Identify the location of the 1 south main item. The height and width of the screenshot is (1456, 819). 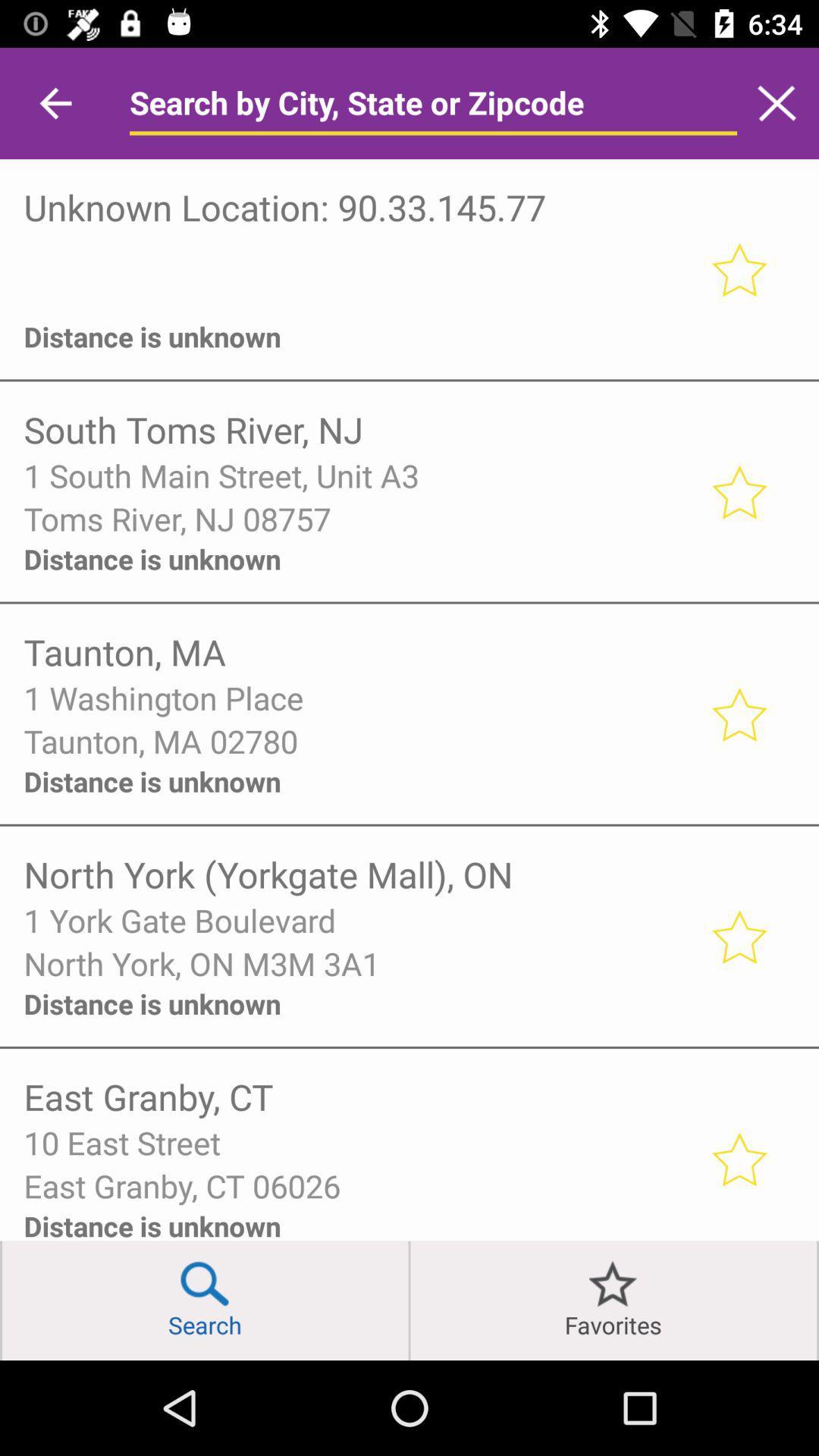
(356, 475).